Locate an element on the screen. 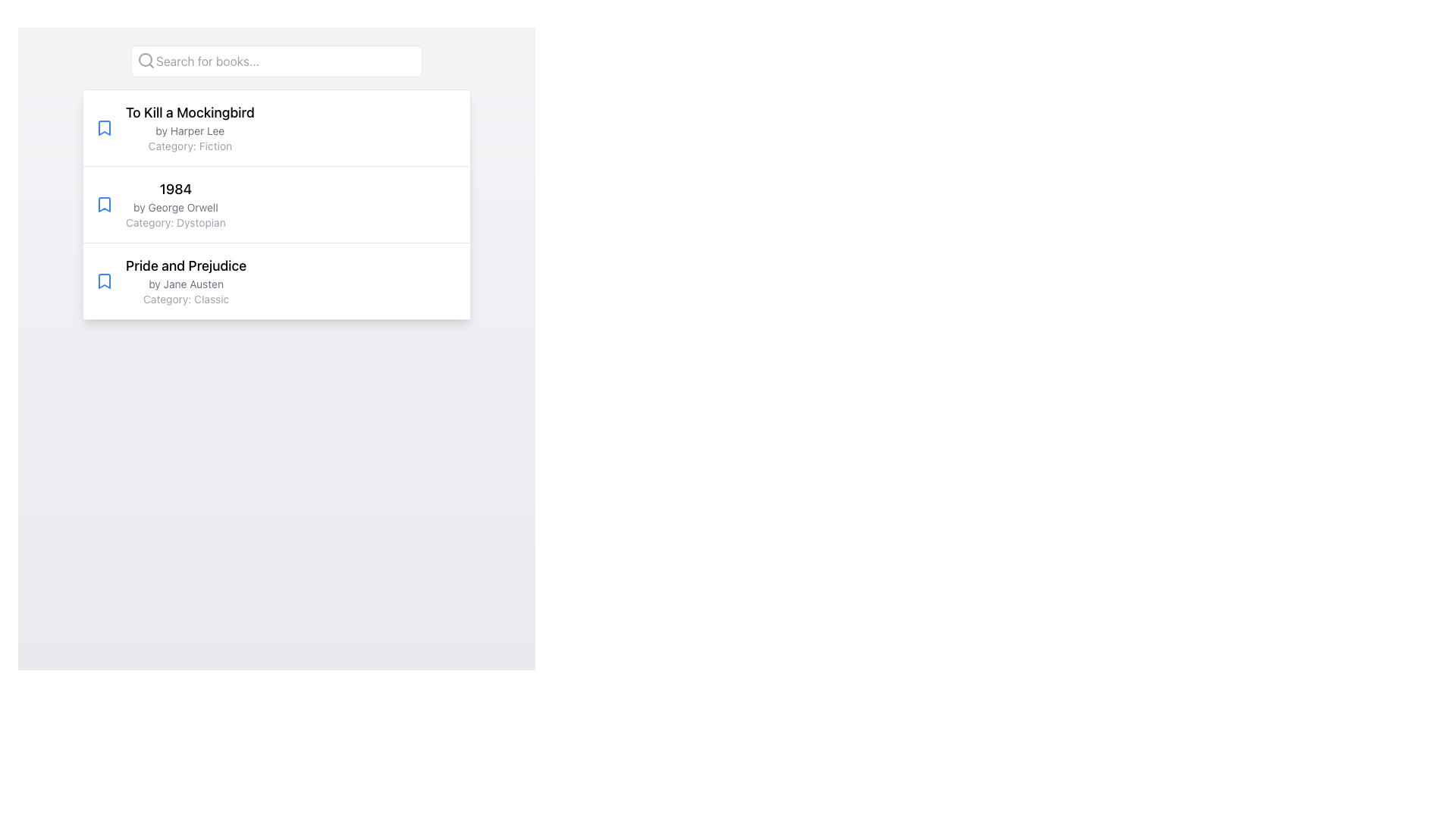 Image resolution: width=1456 pixels, height=819 pixels. the text content grouping displaying detailed information about the book '1984' located in the second row of the list interface is located at coordinates (175, 205).